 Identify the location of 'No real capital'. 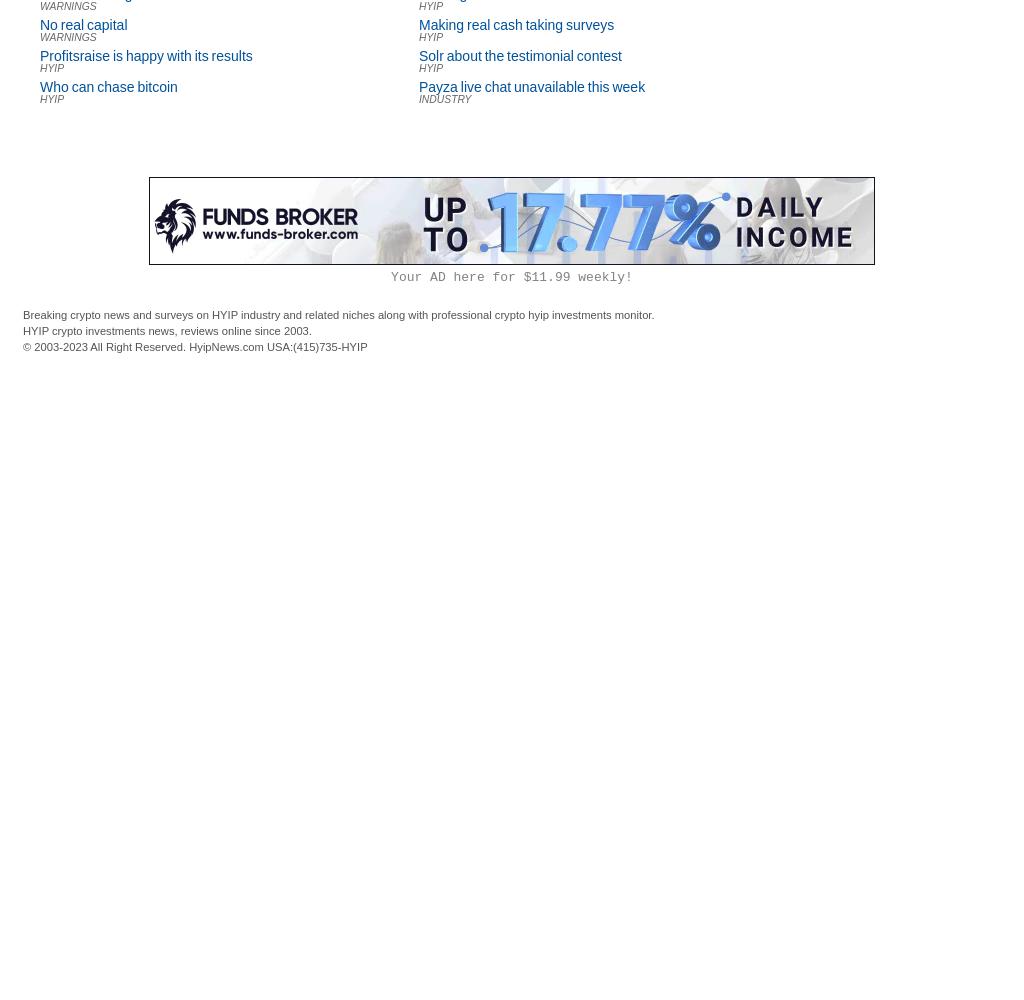
(82, 25).